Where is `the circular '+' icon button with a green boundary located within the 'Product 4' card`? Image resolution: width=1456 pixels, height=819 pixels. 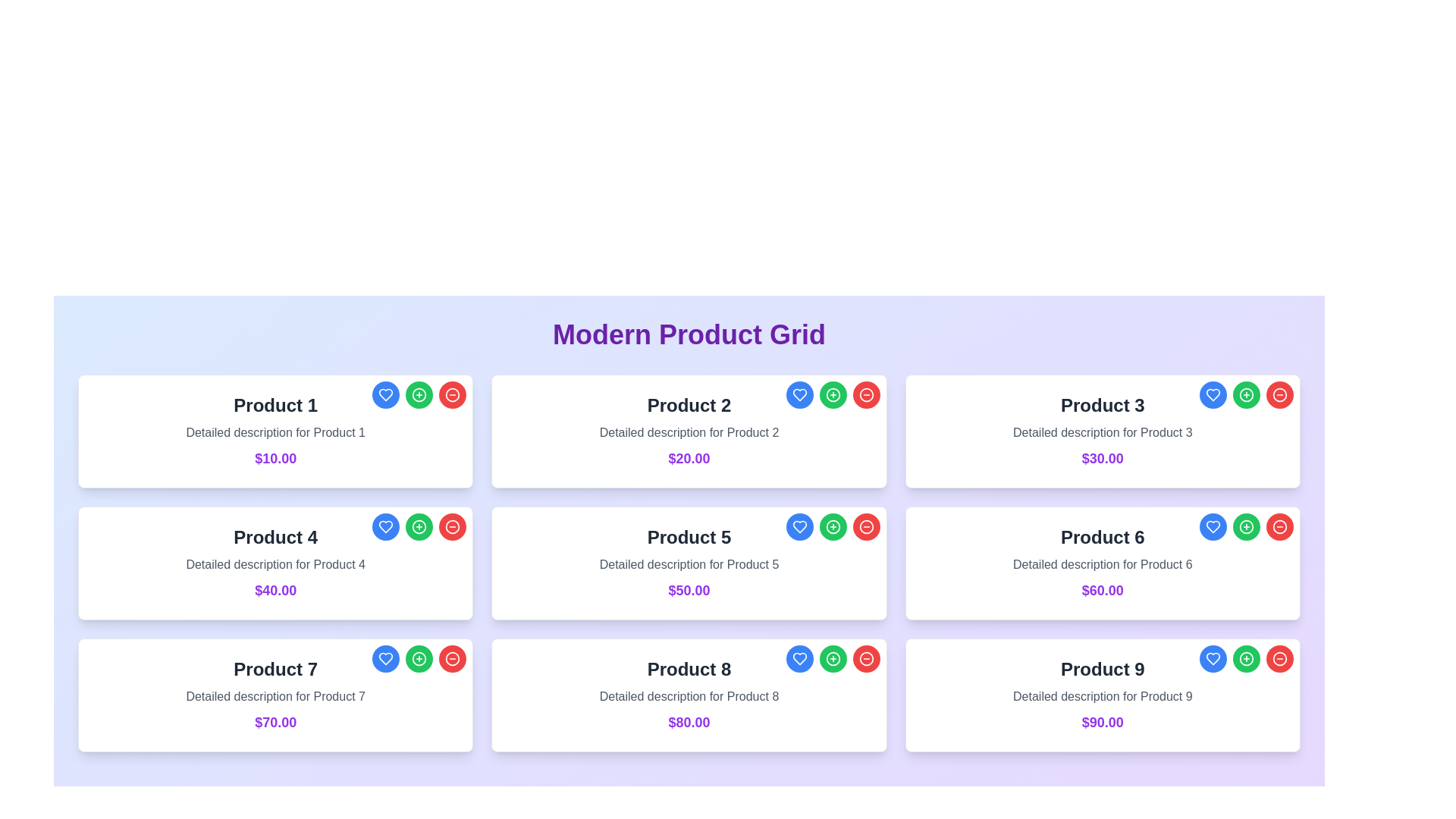 the circular '+' icon button with a green boundary located within the 'Product 4' card is located at coordinates (419, 526).